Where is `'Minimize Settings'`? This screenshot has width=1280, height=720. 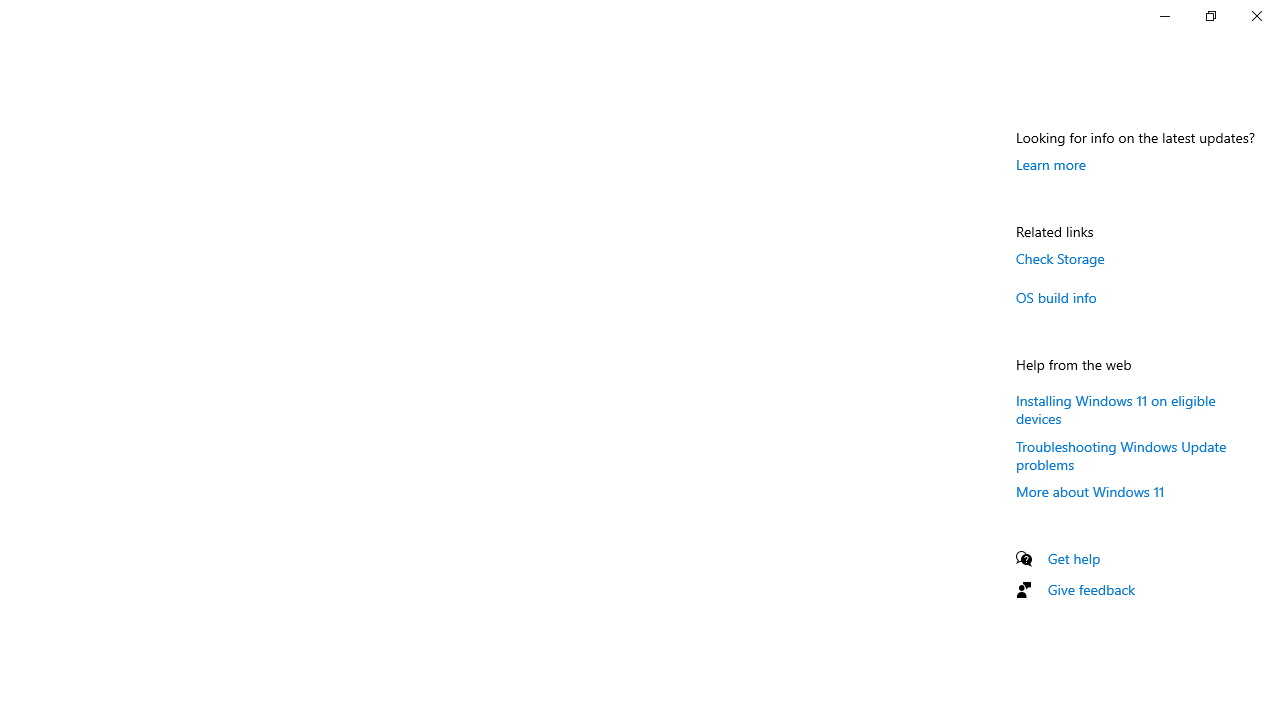
'Minimize Settings' is located at coordinates (1164, 15).